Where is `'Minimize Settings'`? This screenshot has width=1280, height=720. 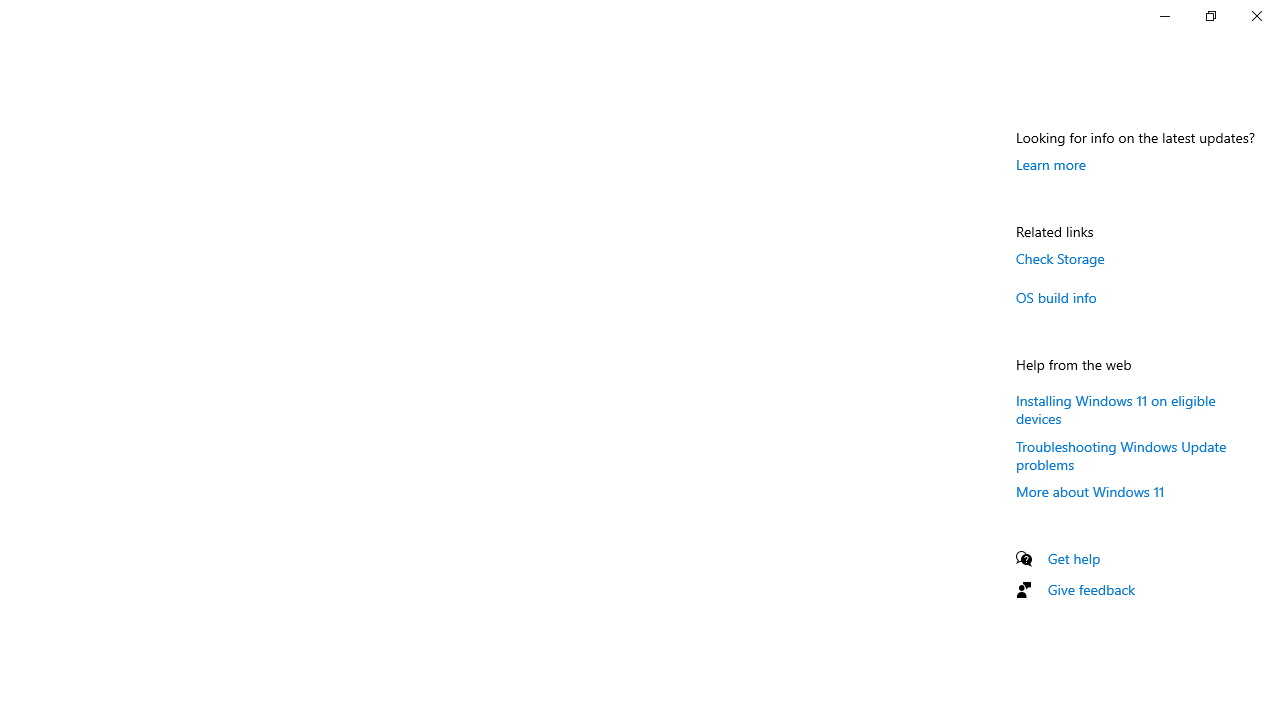
'Minimize Settings' is located at coordinates (1164, 15).